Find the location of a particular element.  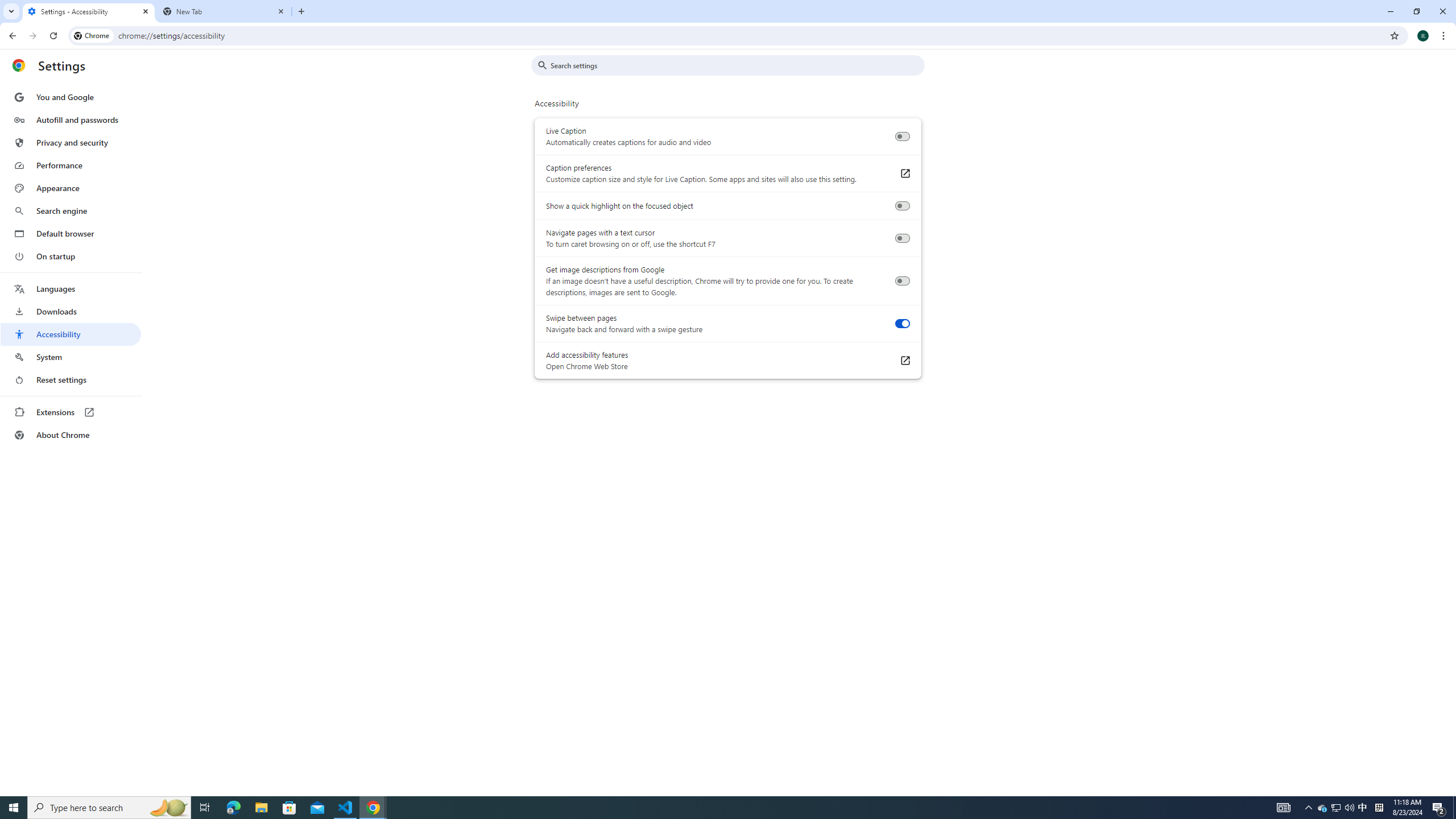

'Get image descriptions from Google' is located at coordinates (901, 281).